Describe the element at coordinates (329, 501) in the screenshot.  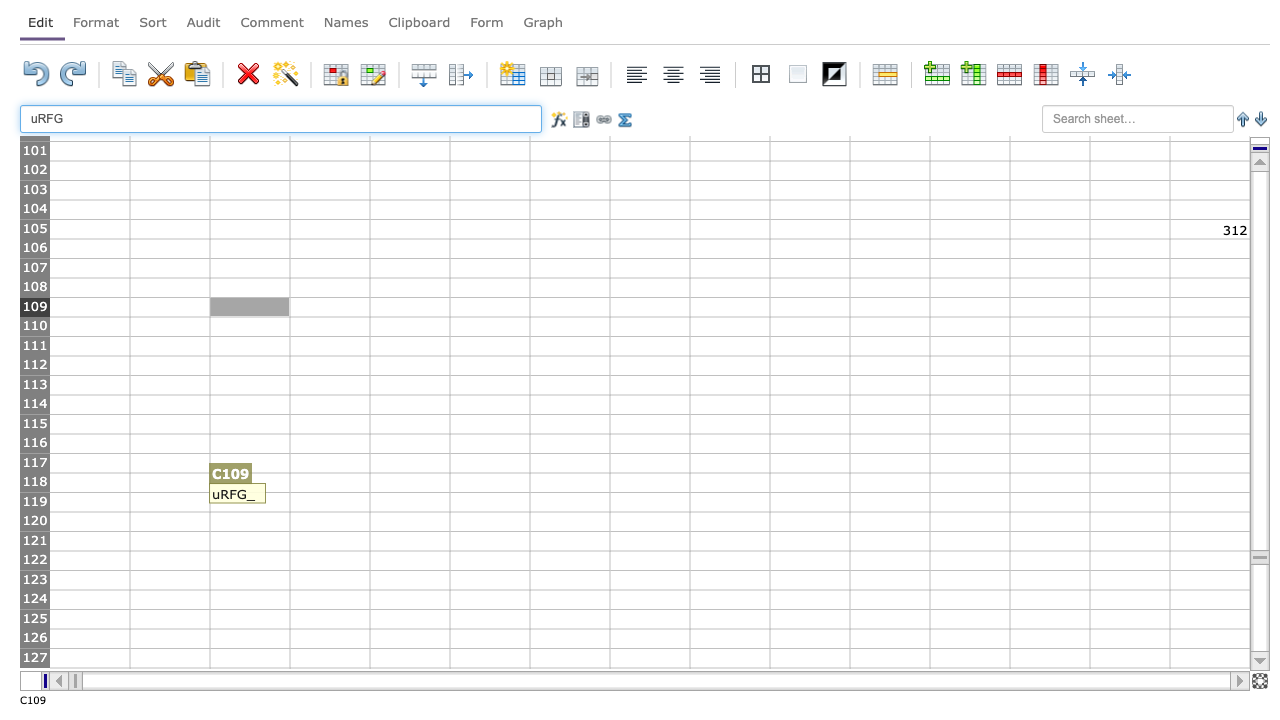
I see `D119` at that location.